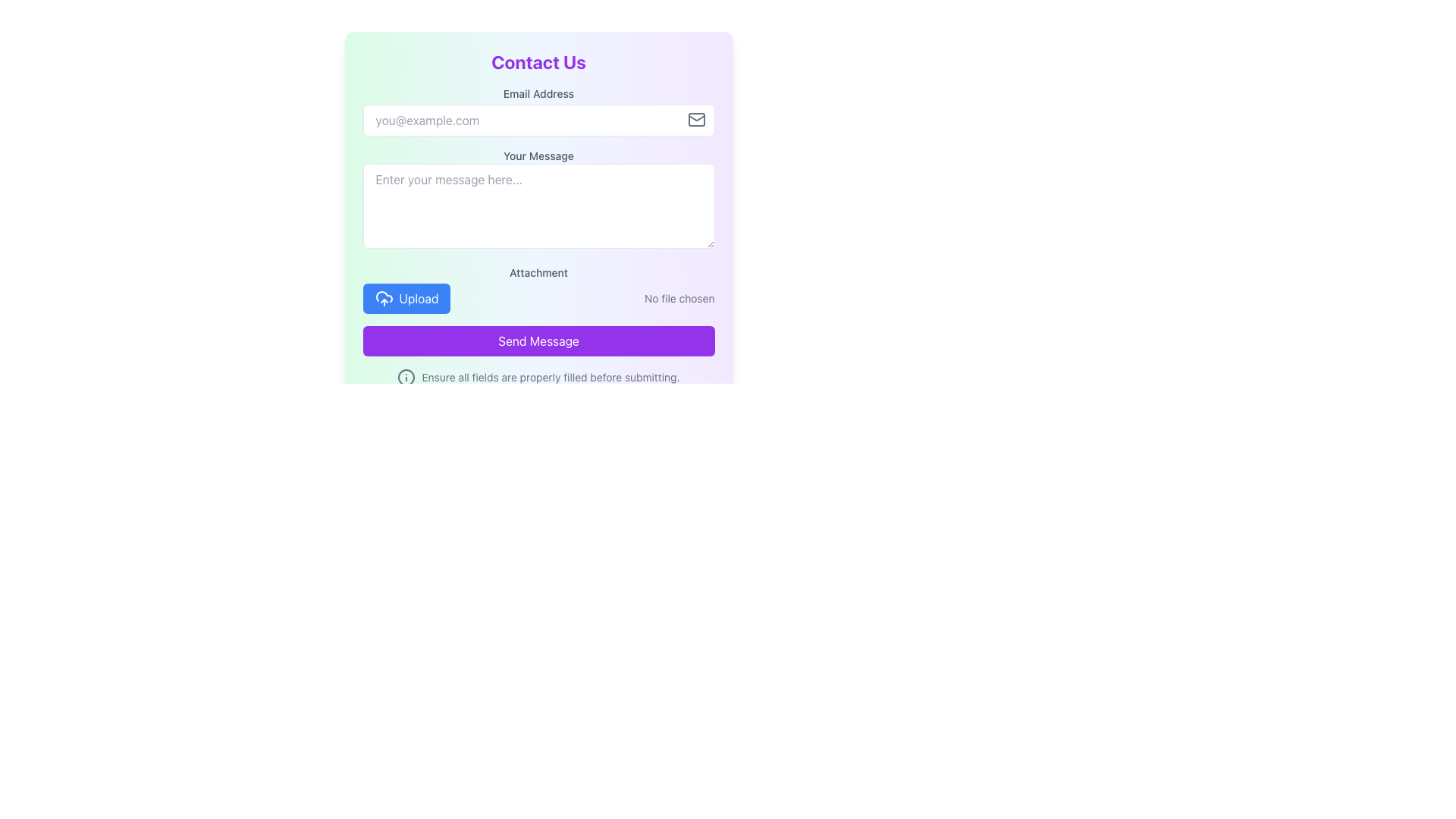 Image resolution: width=1456 pixels, height=819 pixels. Describe the element at coordinates (695, 119) in the screenshot. I see `the email input field icon, which is positioned on the right side of the 'Email Address' input box, aligned with its top and right boundaries` at that location.